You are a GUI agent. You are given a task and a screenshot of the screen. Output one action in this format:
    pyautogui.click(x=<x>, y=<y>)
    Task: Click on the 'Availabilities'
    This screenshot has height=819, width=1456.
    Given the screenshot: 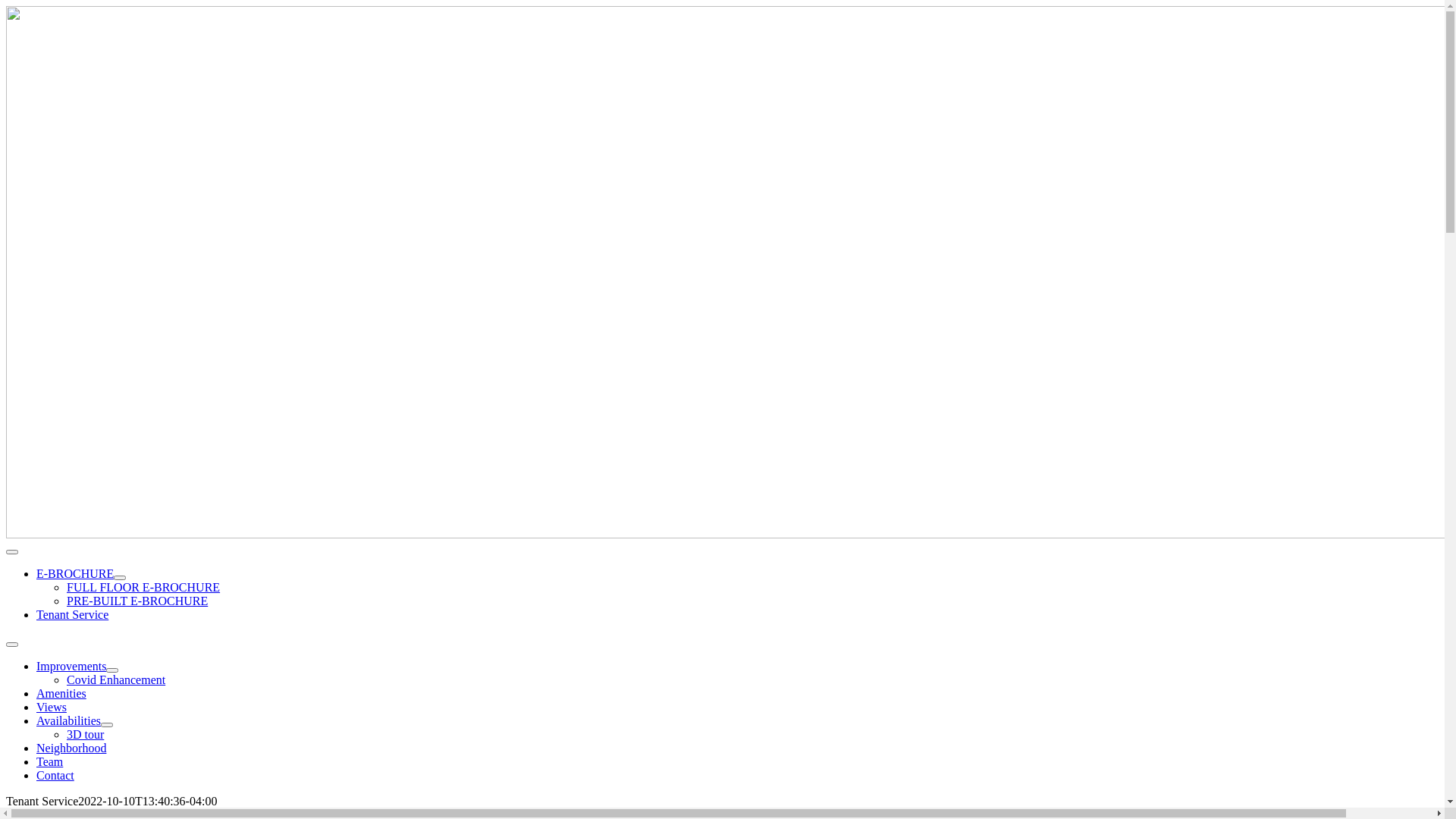 What is the action you would take?
    pyautogui.click(x=67, y=720)
    